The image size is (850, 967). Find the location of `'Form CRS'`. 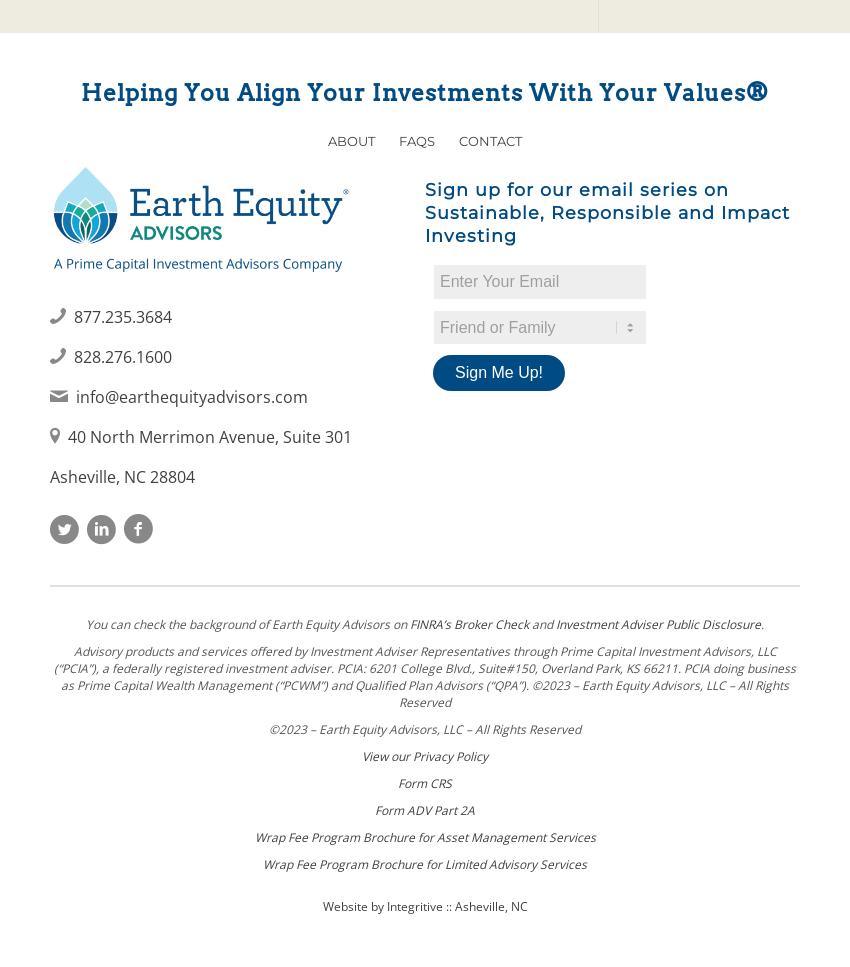

'Form CRS' is located at coordinates (425, 781).